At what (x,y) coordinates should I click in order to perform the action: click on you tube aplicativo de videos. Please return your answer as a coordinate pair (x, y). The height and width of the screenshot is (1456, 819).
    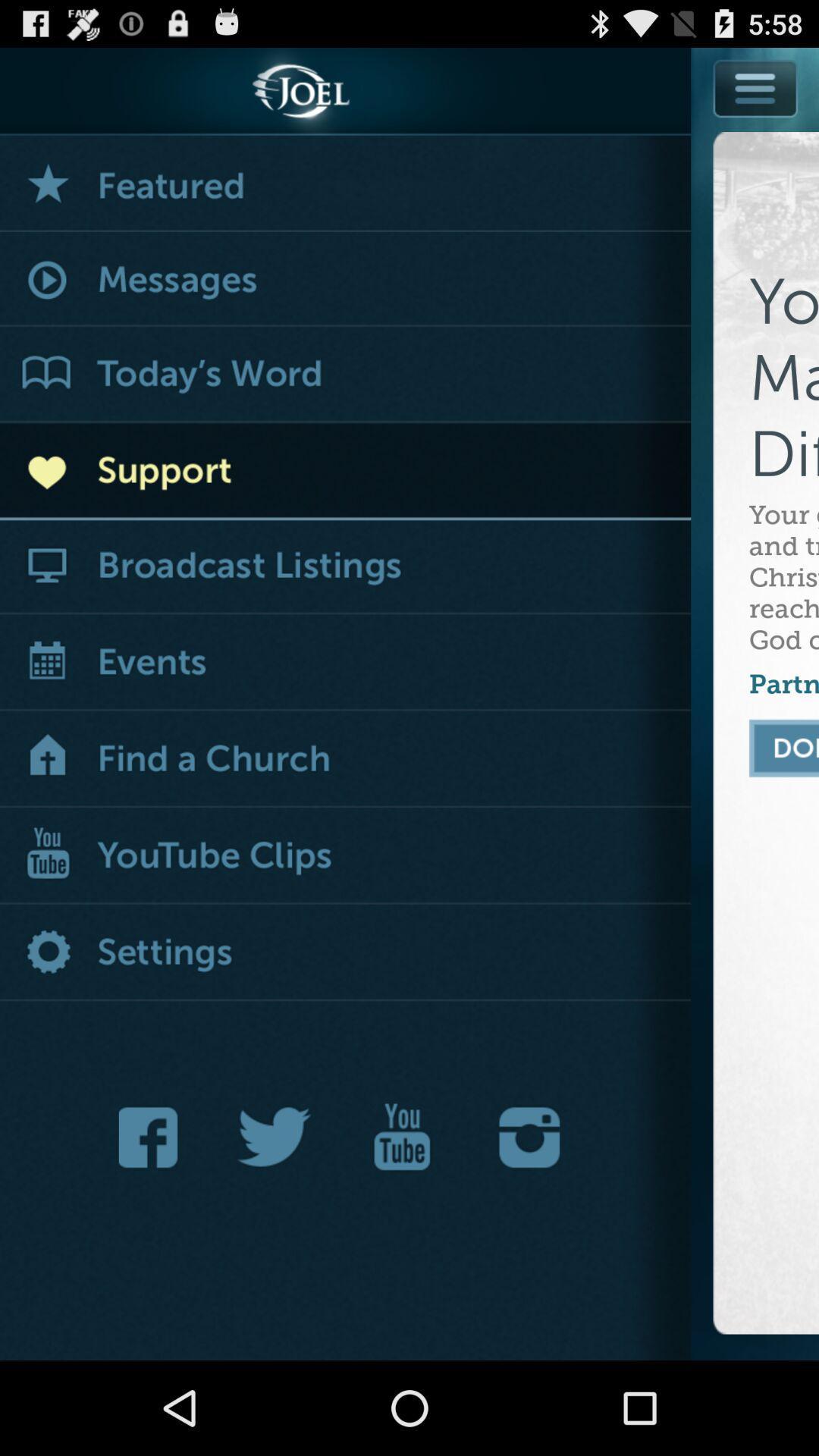
    Looking at the image, I should click on (401, 1137).